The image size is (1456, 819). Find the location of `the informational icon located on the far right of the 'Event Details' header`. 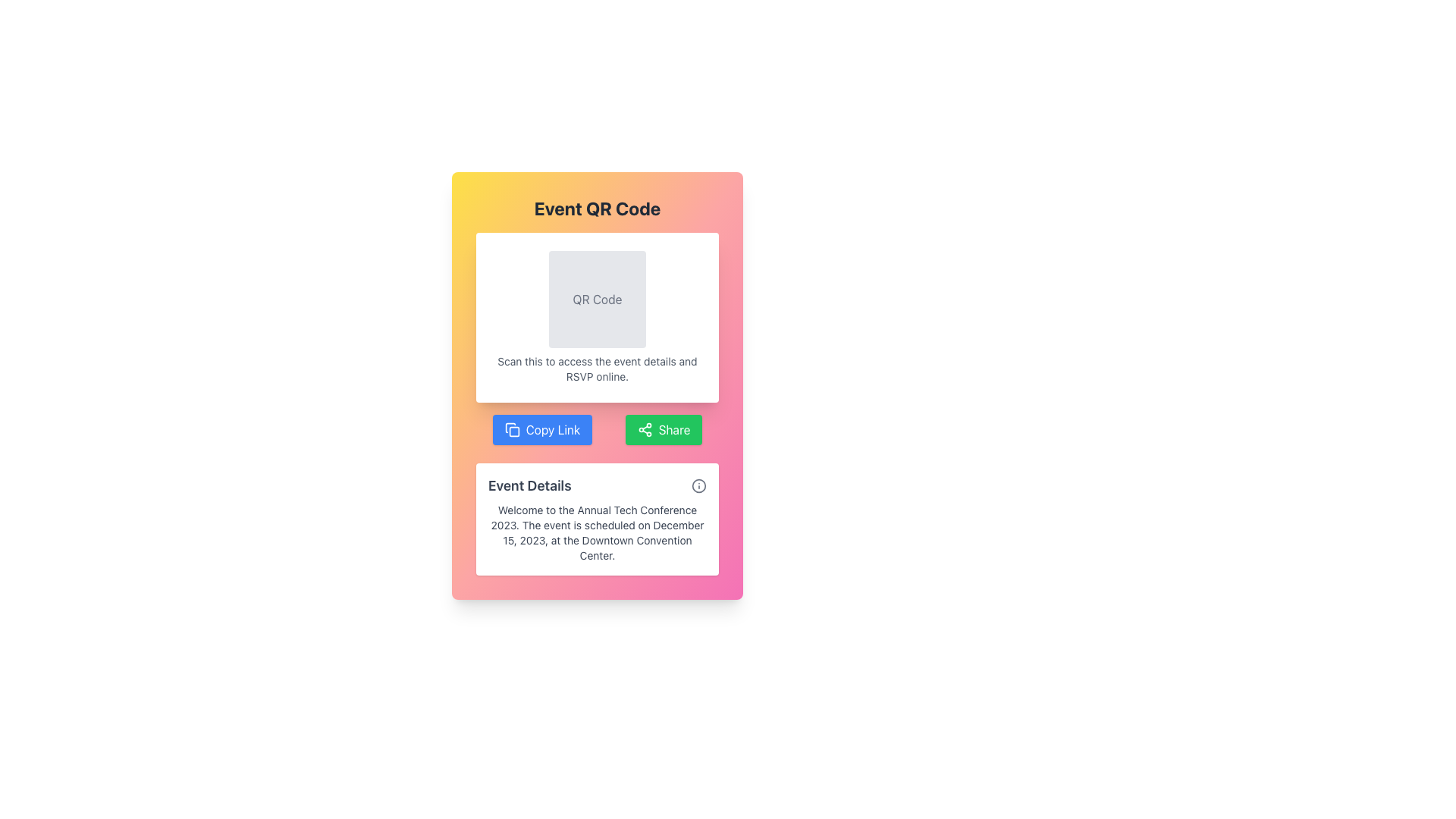

the informational icon located on the far right of the 'Event Details' header is located at coordinates (698, 485).